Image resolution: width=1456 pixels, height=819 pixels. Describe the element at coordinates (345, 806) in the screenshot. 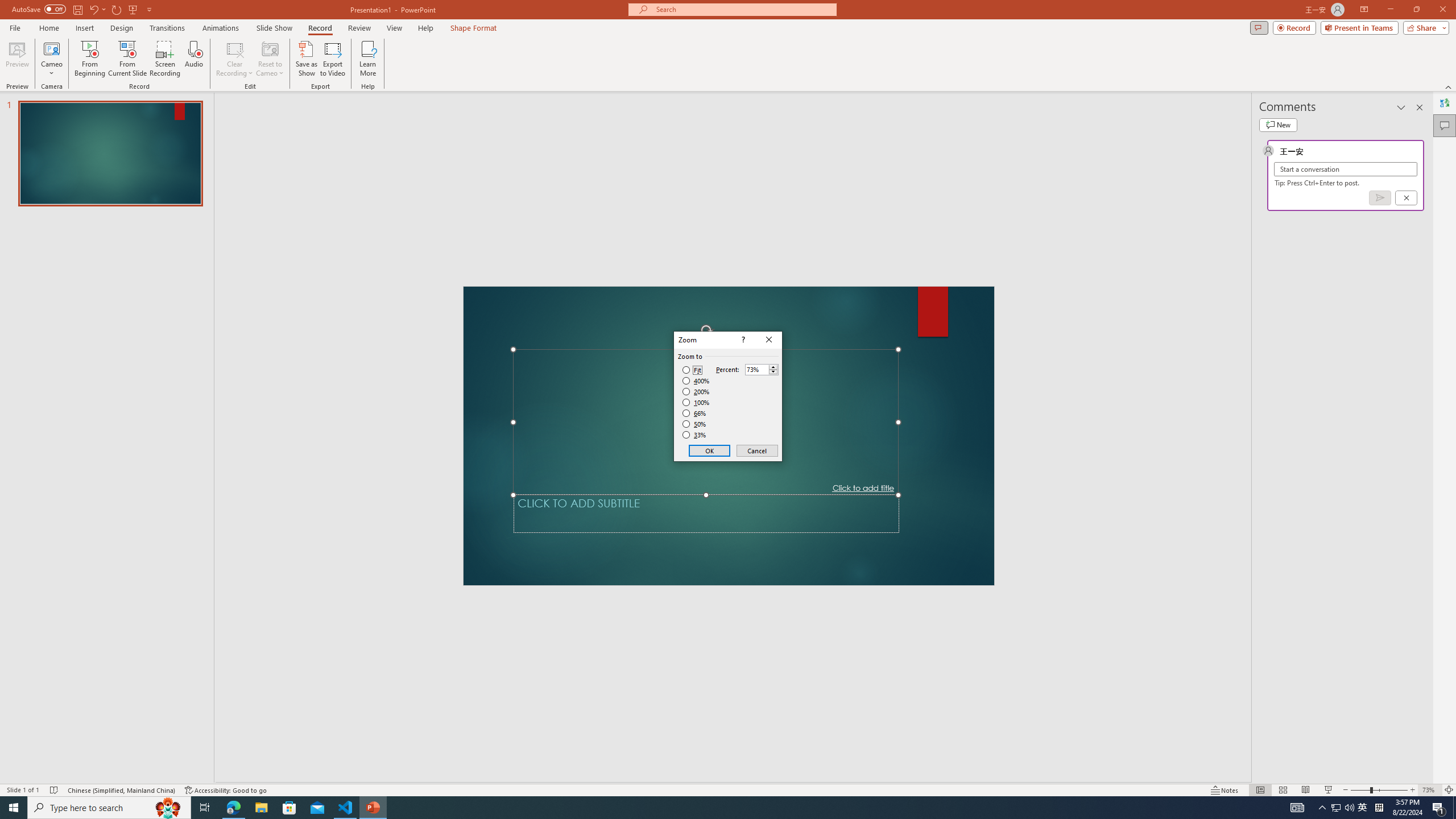

I see `'Visual Studio Code - 1 running window'` at that location.